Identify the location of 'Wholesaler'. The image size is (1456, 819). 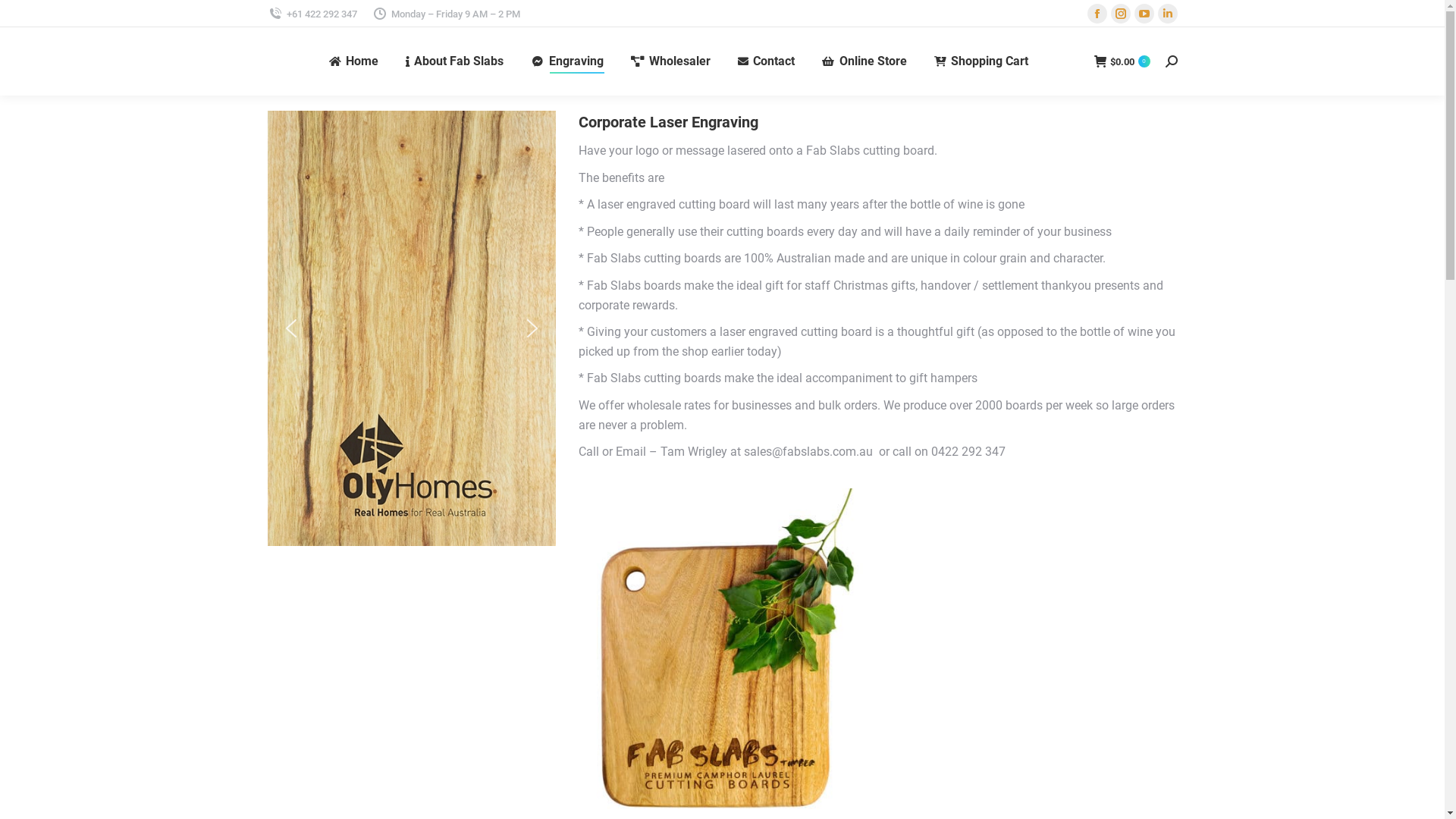
(670, 61).